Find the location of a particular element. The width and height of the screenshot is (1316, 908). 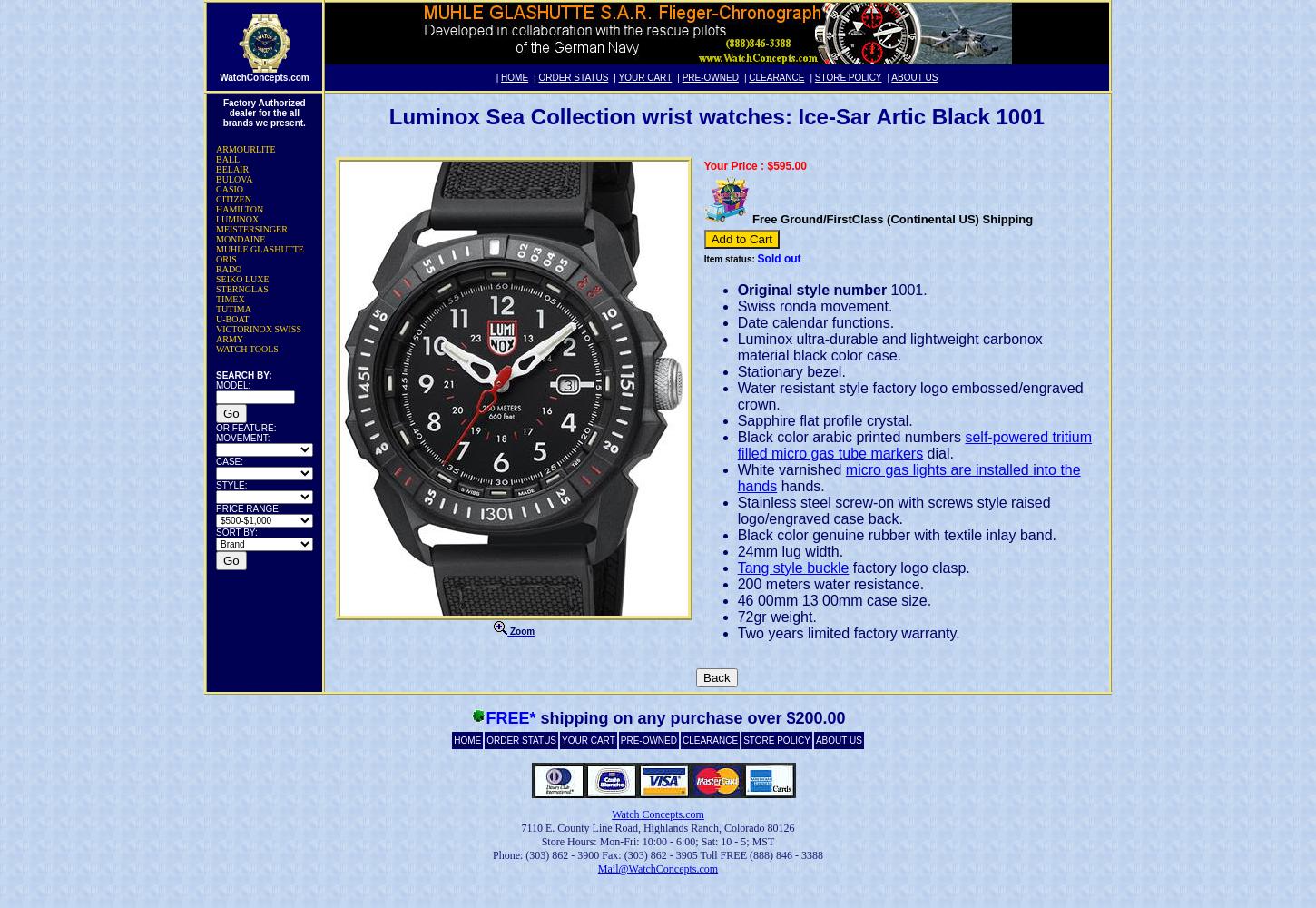

'ARMOURLITE' is located at coordinates (245, 149).